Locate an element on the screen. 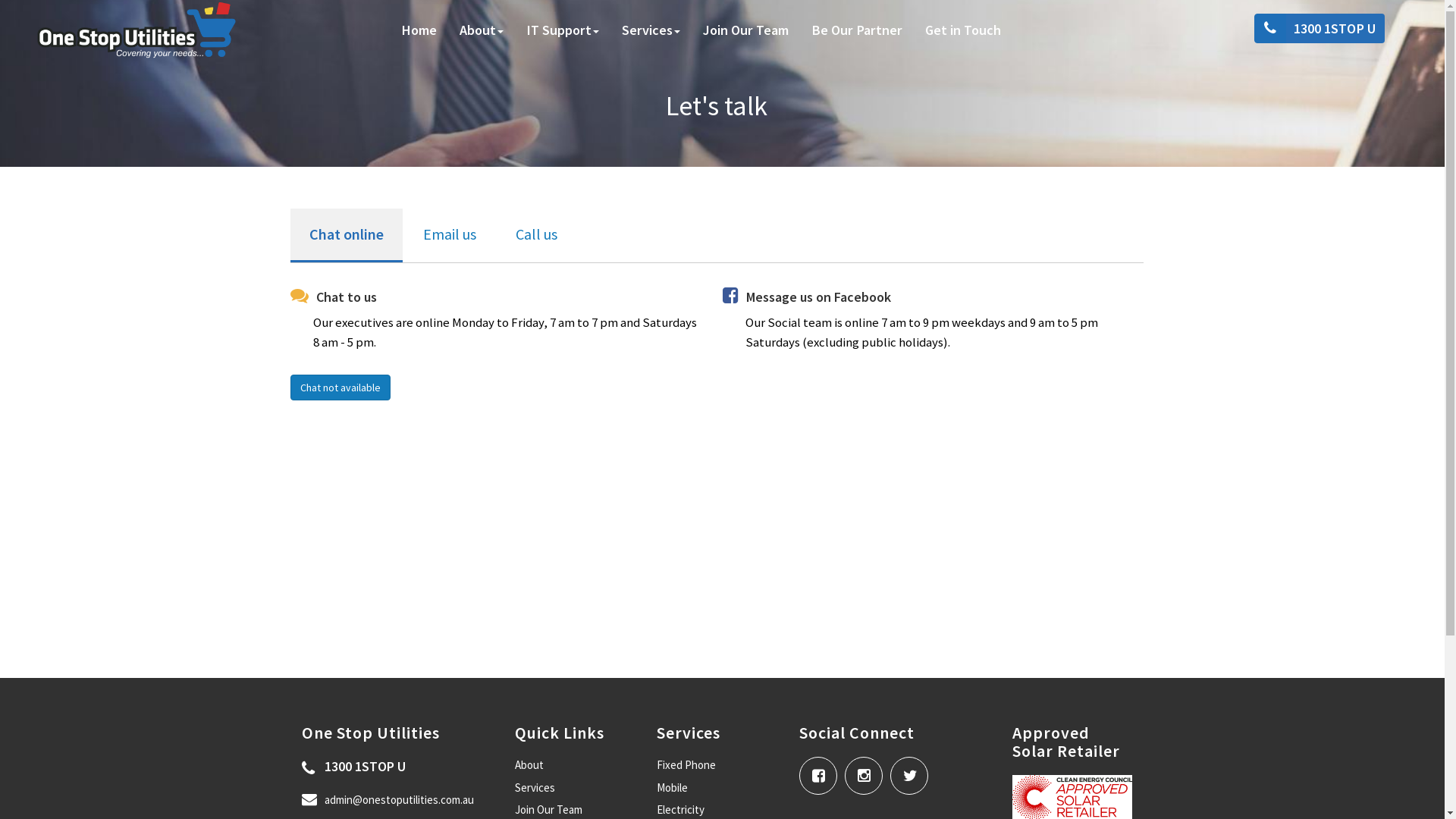 The image size is (1456, 819). 'Services' is located at coordinates (651, 30).